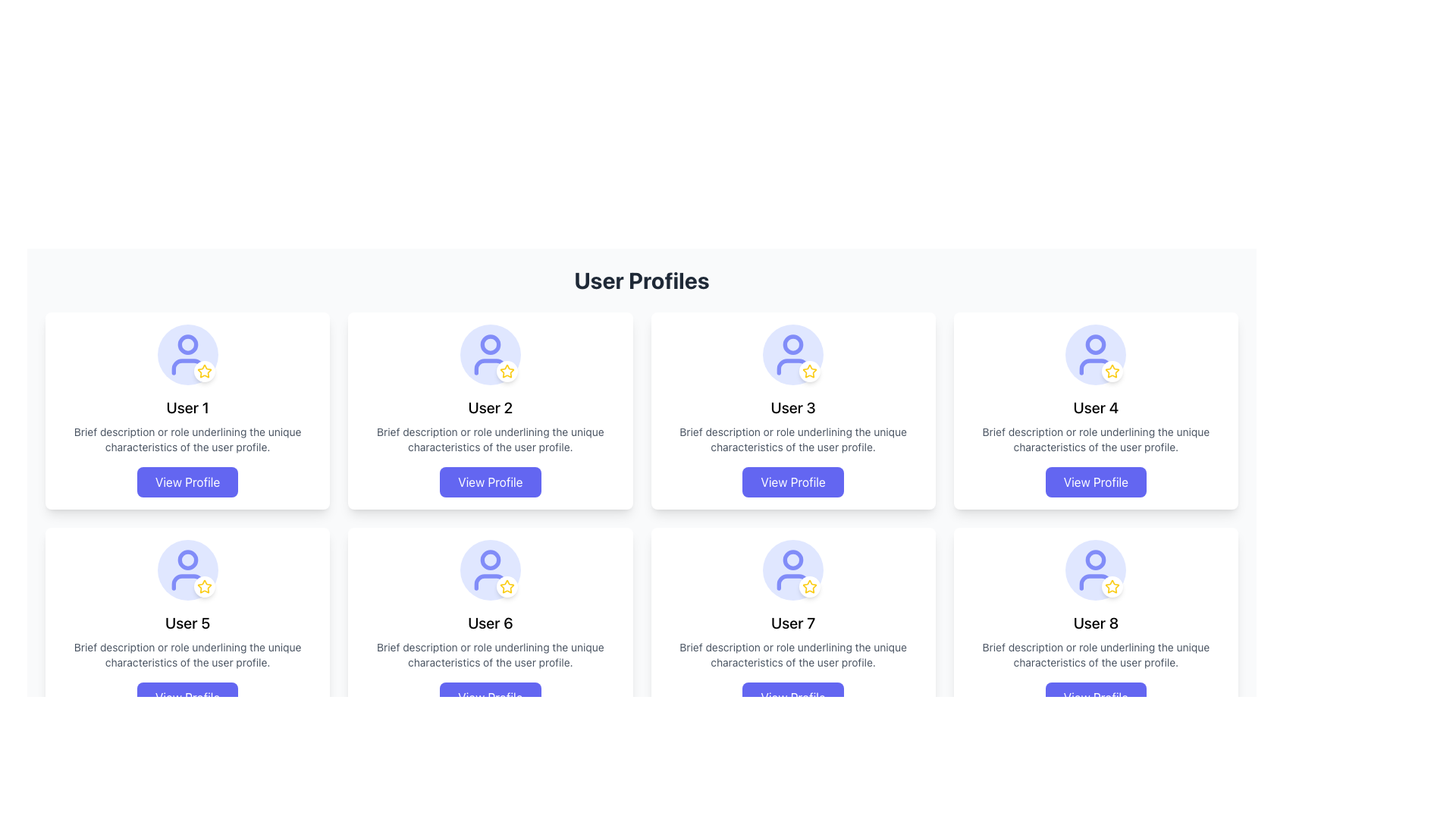 This screenshot has height=819, width=1456. Describe the element at coordinates (809, 586) in the screenshot. I see `the icon button located at the bottom-right corner of the purple user icon associated with User 7 in the User Profiles grid to mark the user as featured or a favorite` at that location.